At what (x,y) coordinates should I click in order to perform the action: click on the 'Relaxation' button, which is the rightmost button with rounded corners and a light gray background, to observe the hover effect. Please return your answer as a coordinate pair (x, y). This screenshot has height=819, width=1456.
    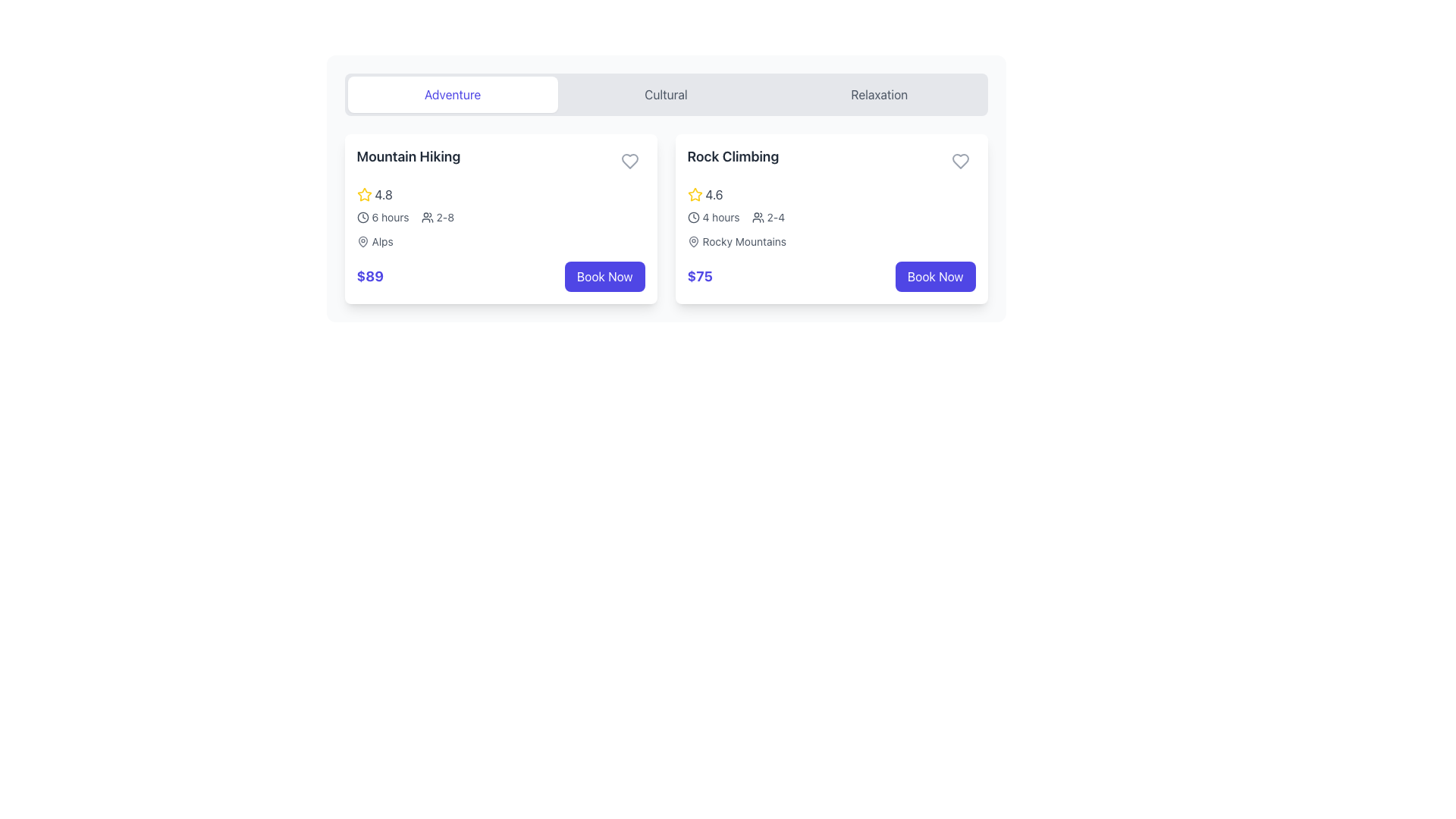
    Looking at the image, I should click on (879, 94).